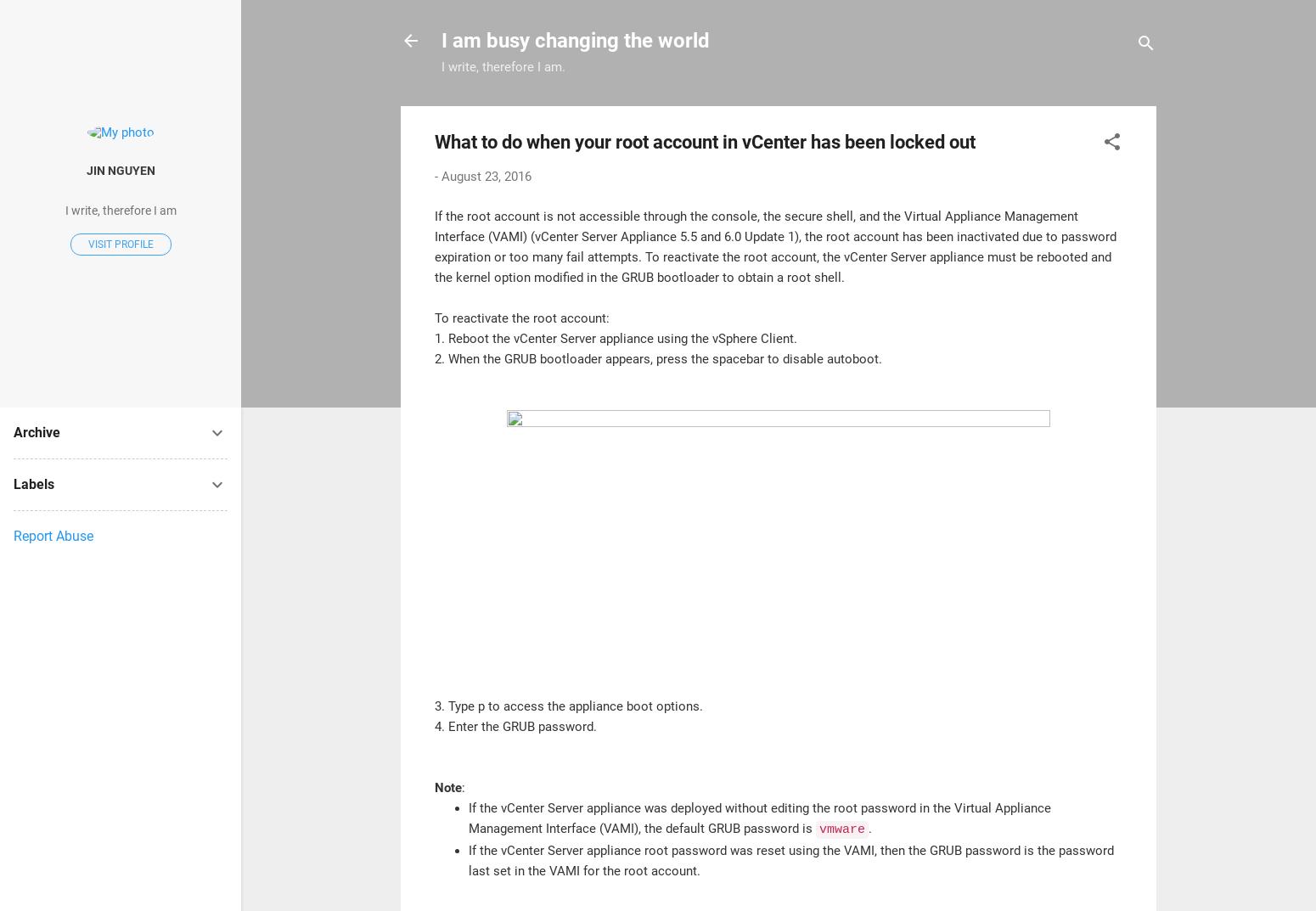 Image resolution: width=1316 pixels, height=911 pixels. What do you see at coordinates (612, 256) in the screenshot?
I see `'attempts'` at bounding box center [612, 256].